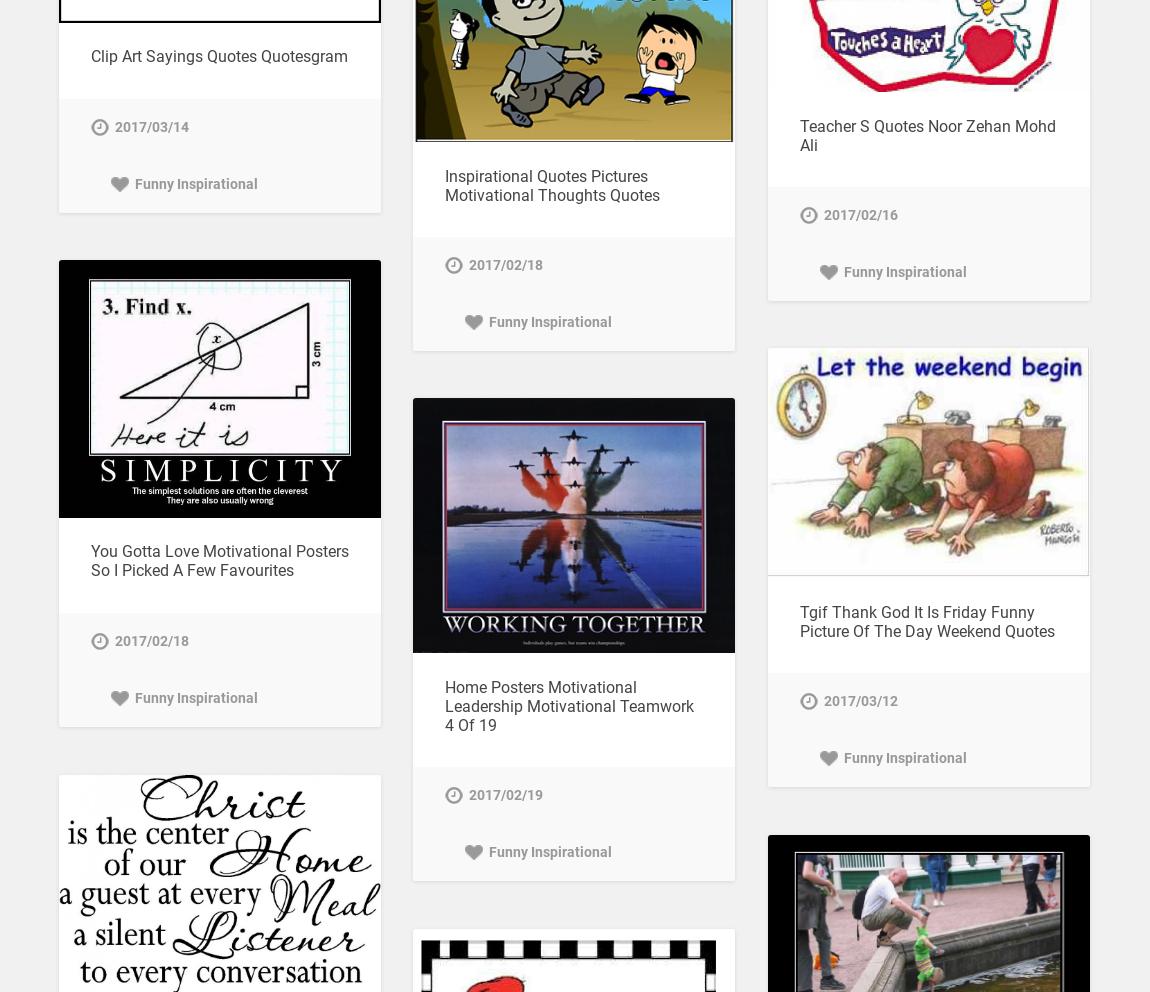 The image size is (1150, 992). What do you see at coordinates (568, 705) in the screenshot?
I see `'Home Posters Motivational Leadership Motivational Teamwork 4 Of 19'` at bounding box center [568, 705].